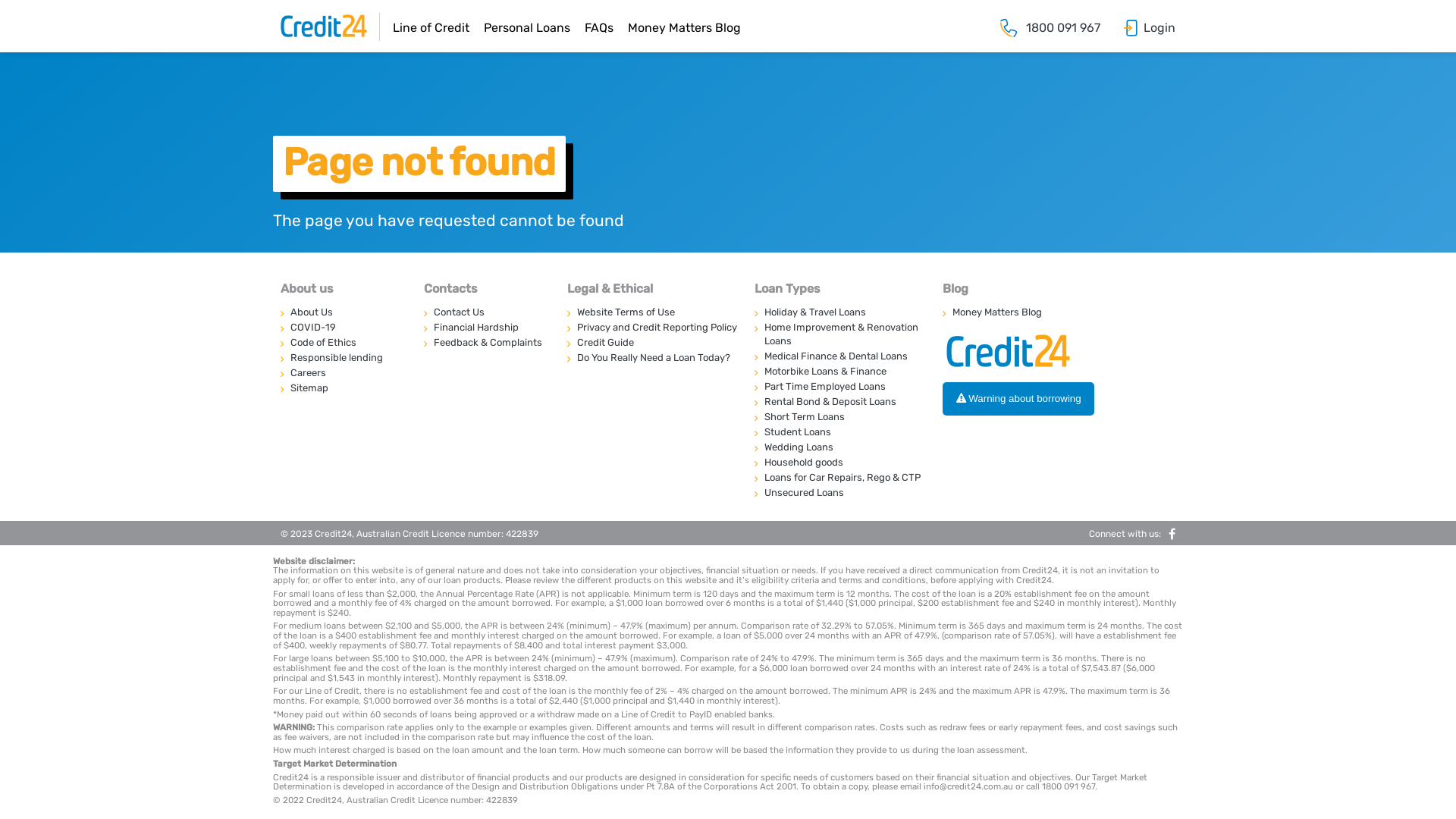 The height and width of the screenshot is (819, 1456). I want to click on 'Home Improvement & Renovation Loans', so click(754, 333).